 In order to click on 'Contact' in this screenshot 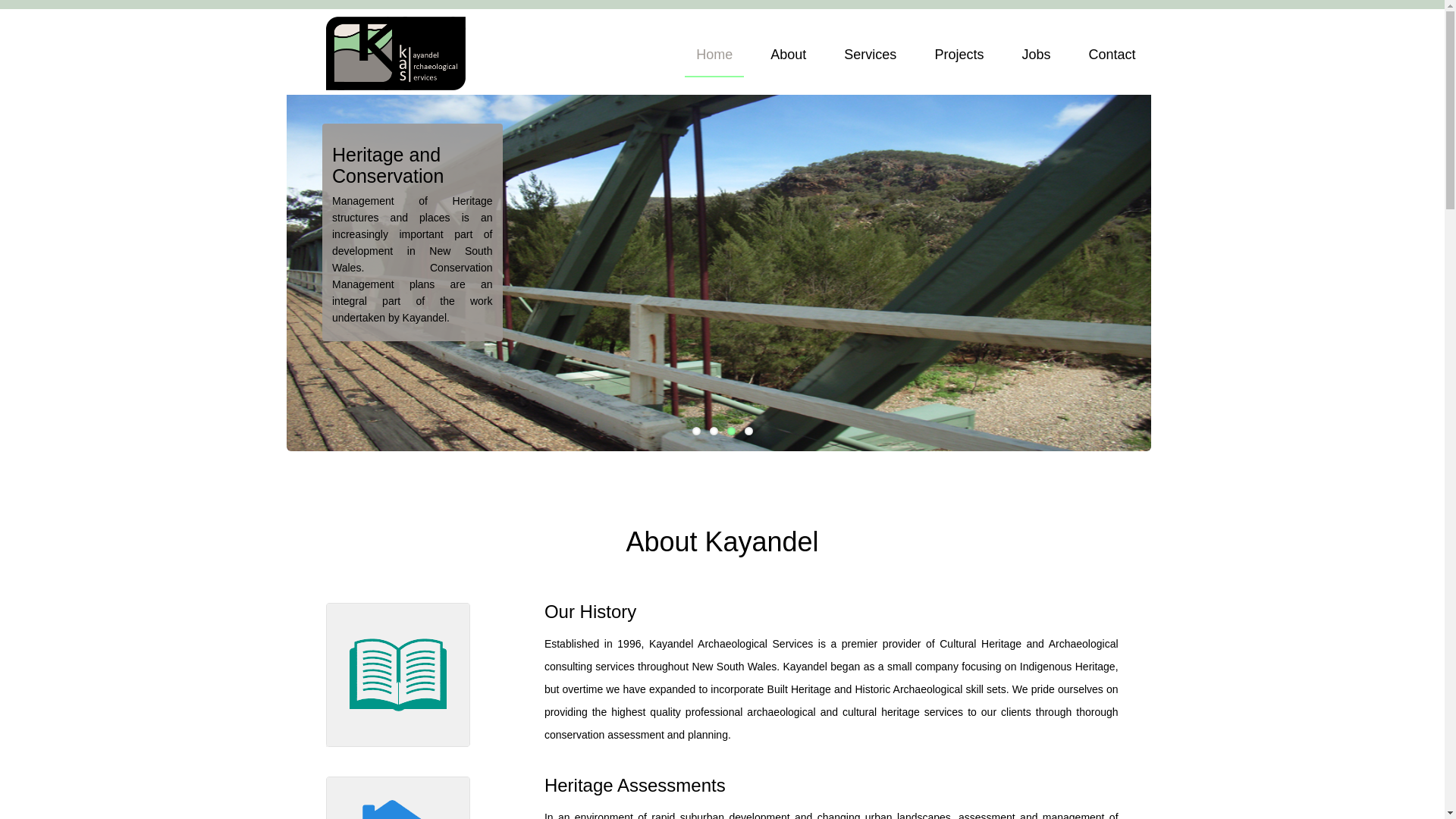, I will do `click(1111, 58)`.